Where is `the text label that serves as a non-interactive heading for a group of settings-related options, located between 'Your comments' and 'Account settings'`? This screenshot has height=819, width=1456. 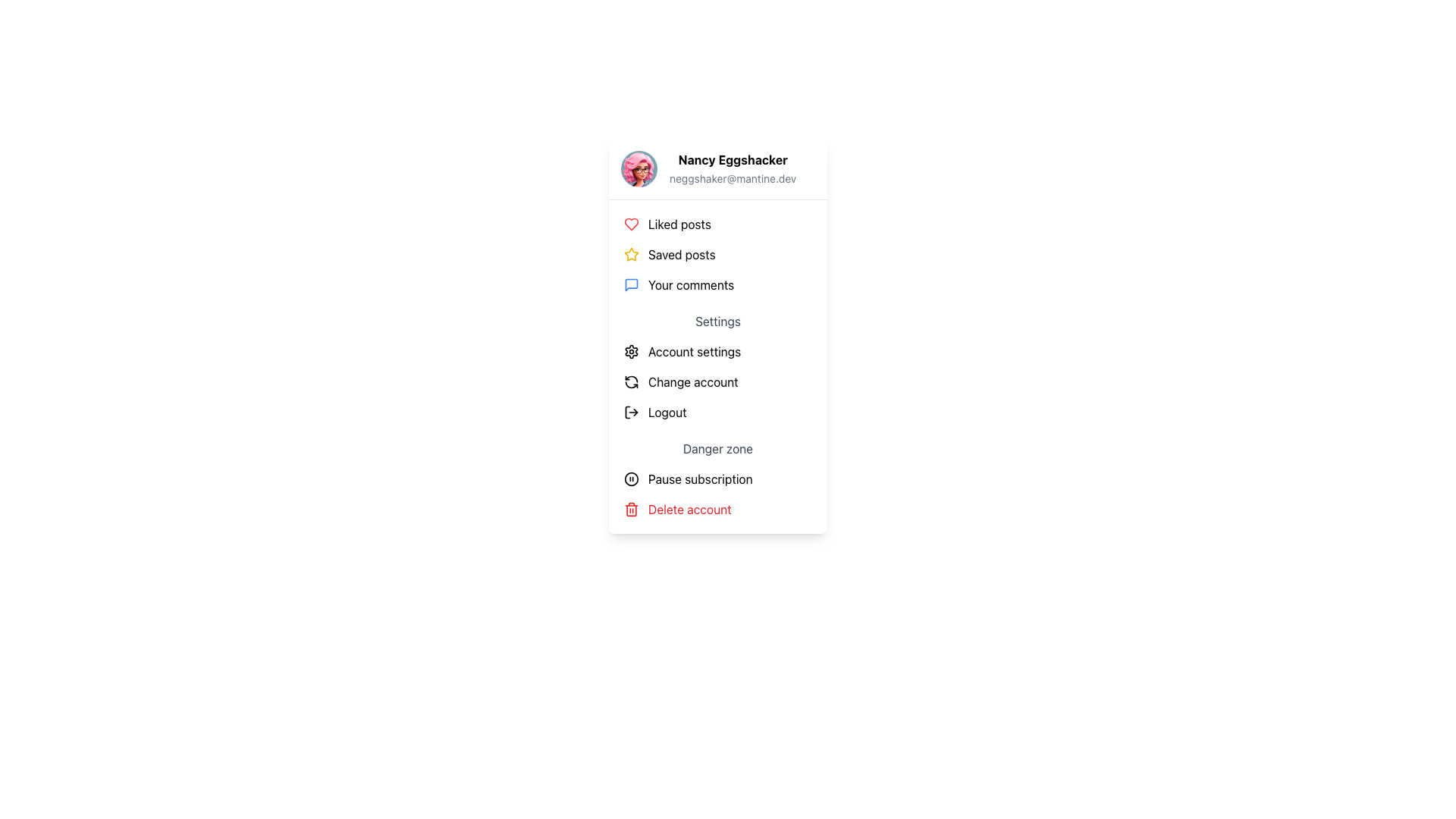 the text label that serves as a non-interactive heading for a group of settings-related options, located between 'Your comments' and 'Account settings' is located at coordinates (717, 321).